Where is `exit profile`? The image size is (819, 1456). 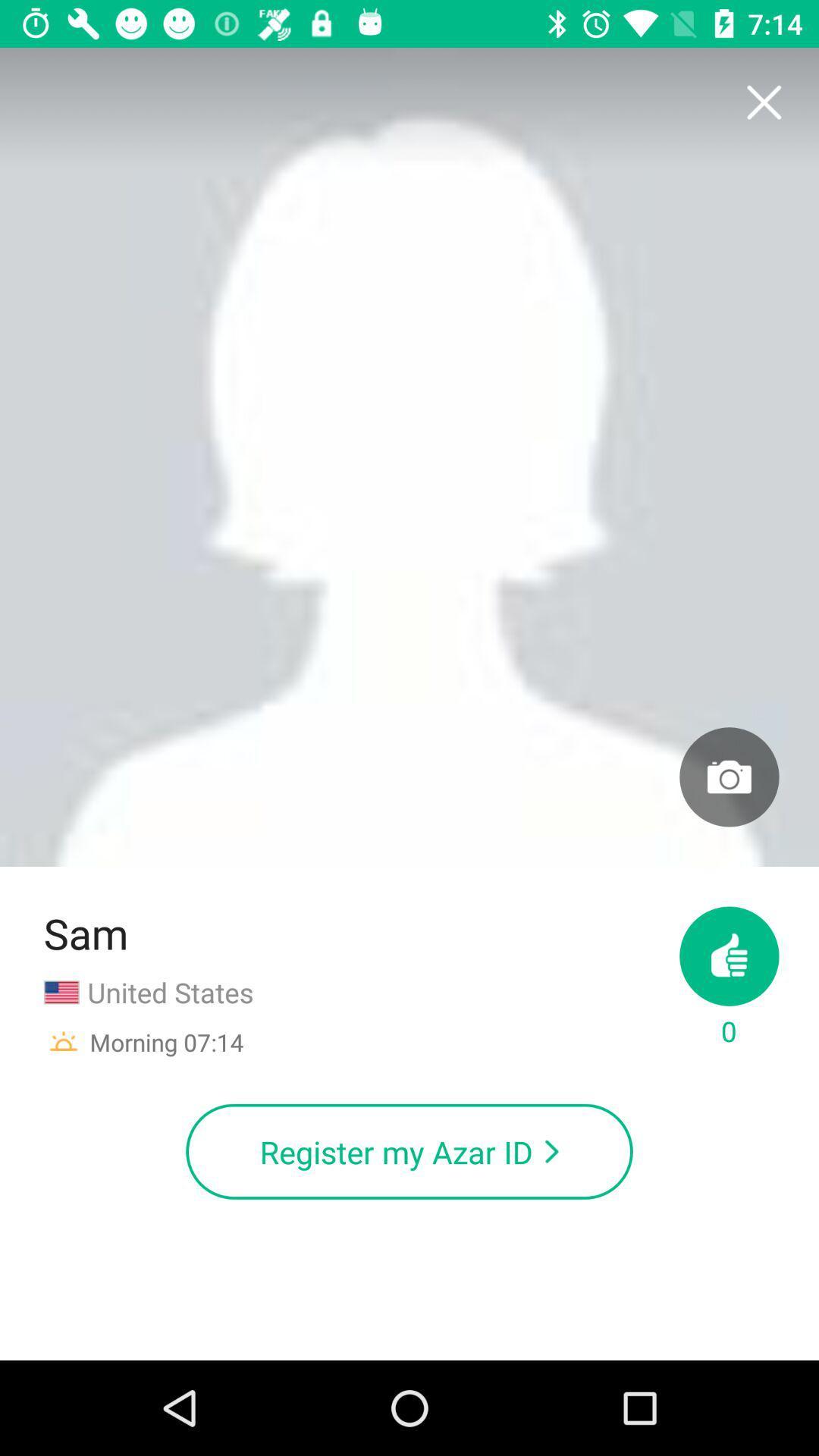 exit profile is located at coordinates (763, 102).